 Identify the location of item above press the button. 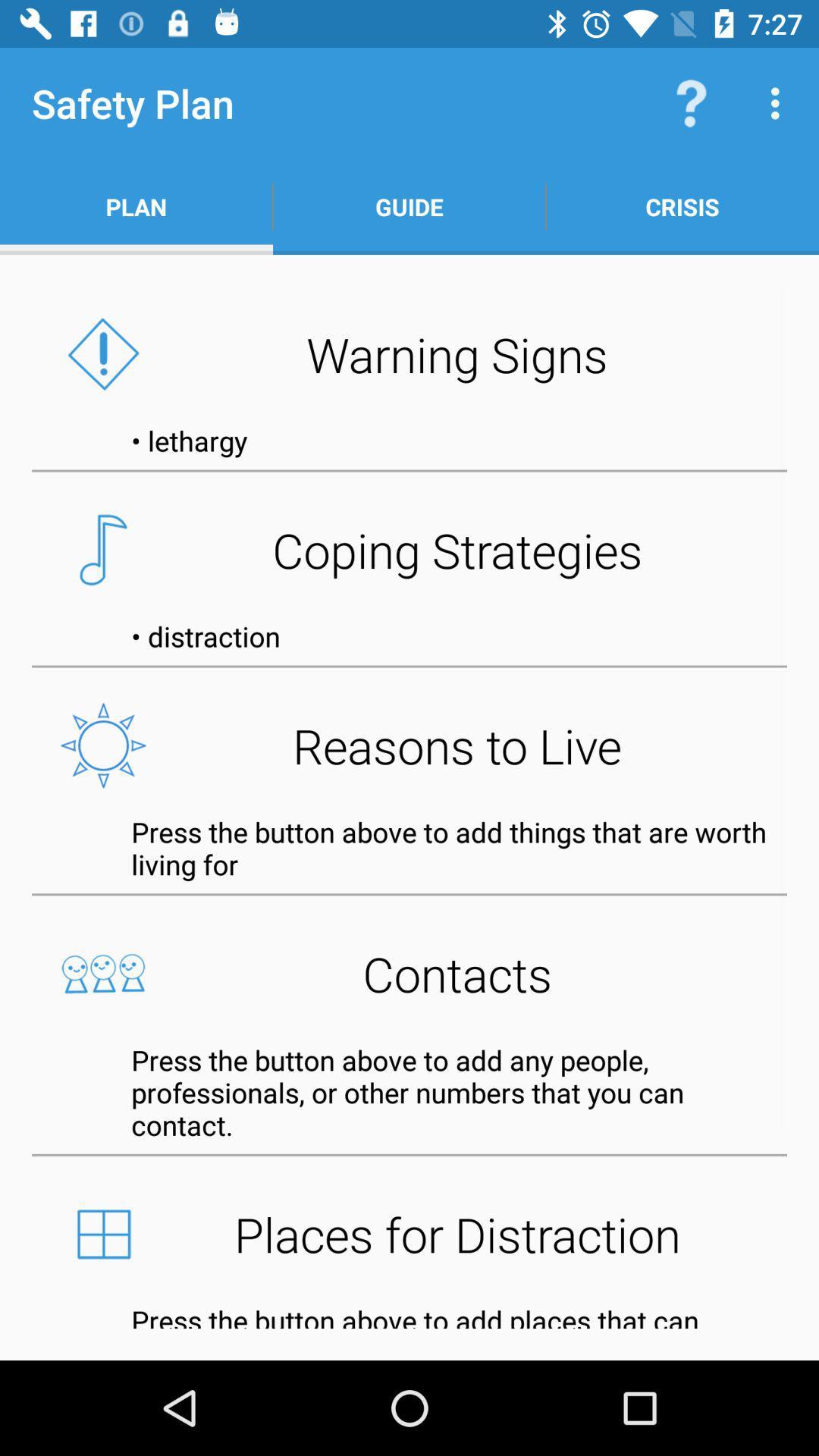
(409, 1234).